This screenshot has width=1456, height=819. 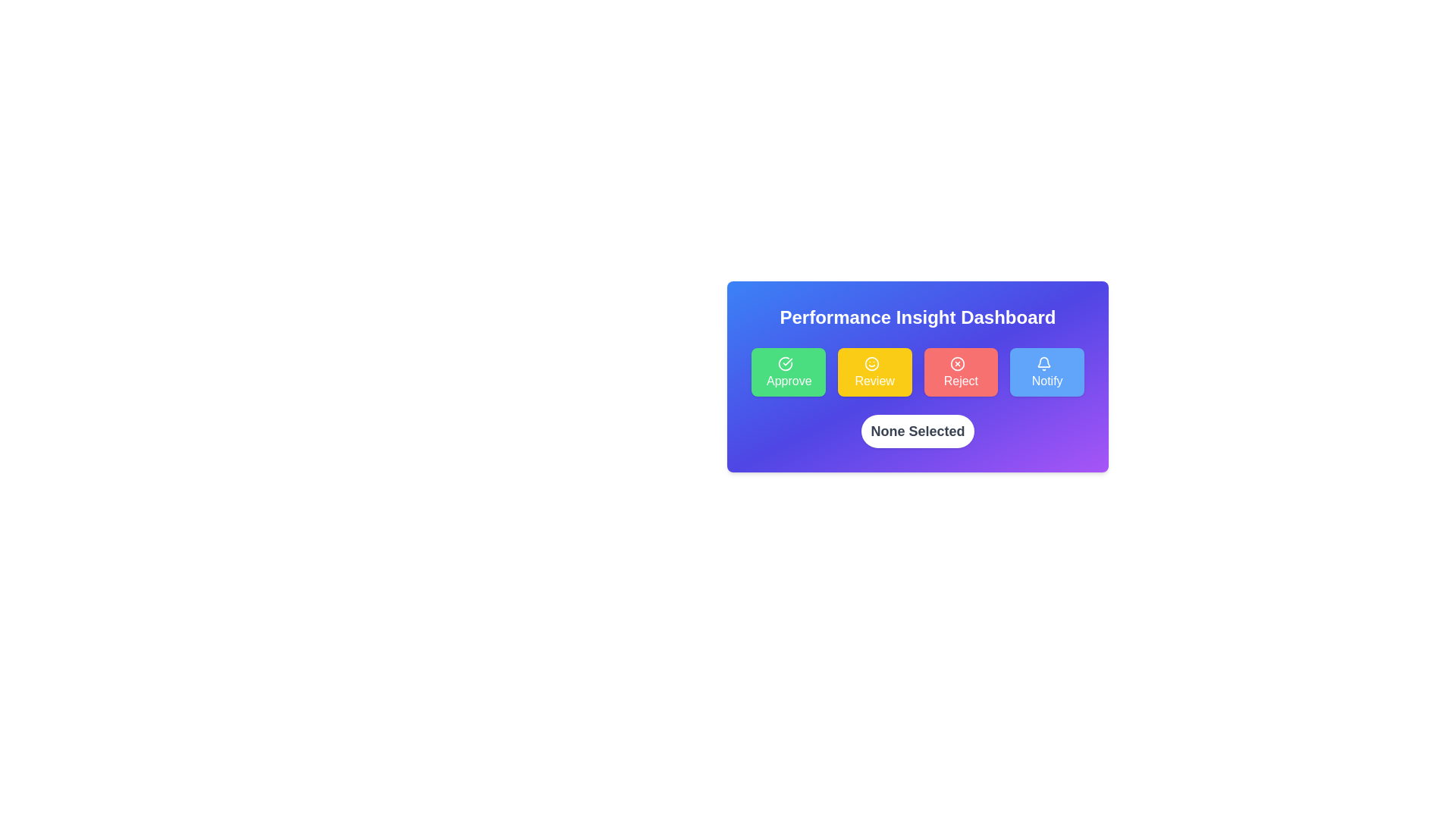 I want to click on the 'Notify' button, which is the rightmost button in a row of four buttons labeled 'Approve', 'Review', 'Reject', and 'Notify', so click(x=1046, y=372).